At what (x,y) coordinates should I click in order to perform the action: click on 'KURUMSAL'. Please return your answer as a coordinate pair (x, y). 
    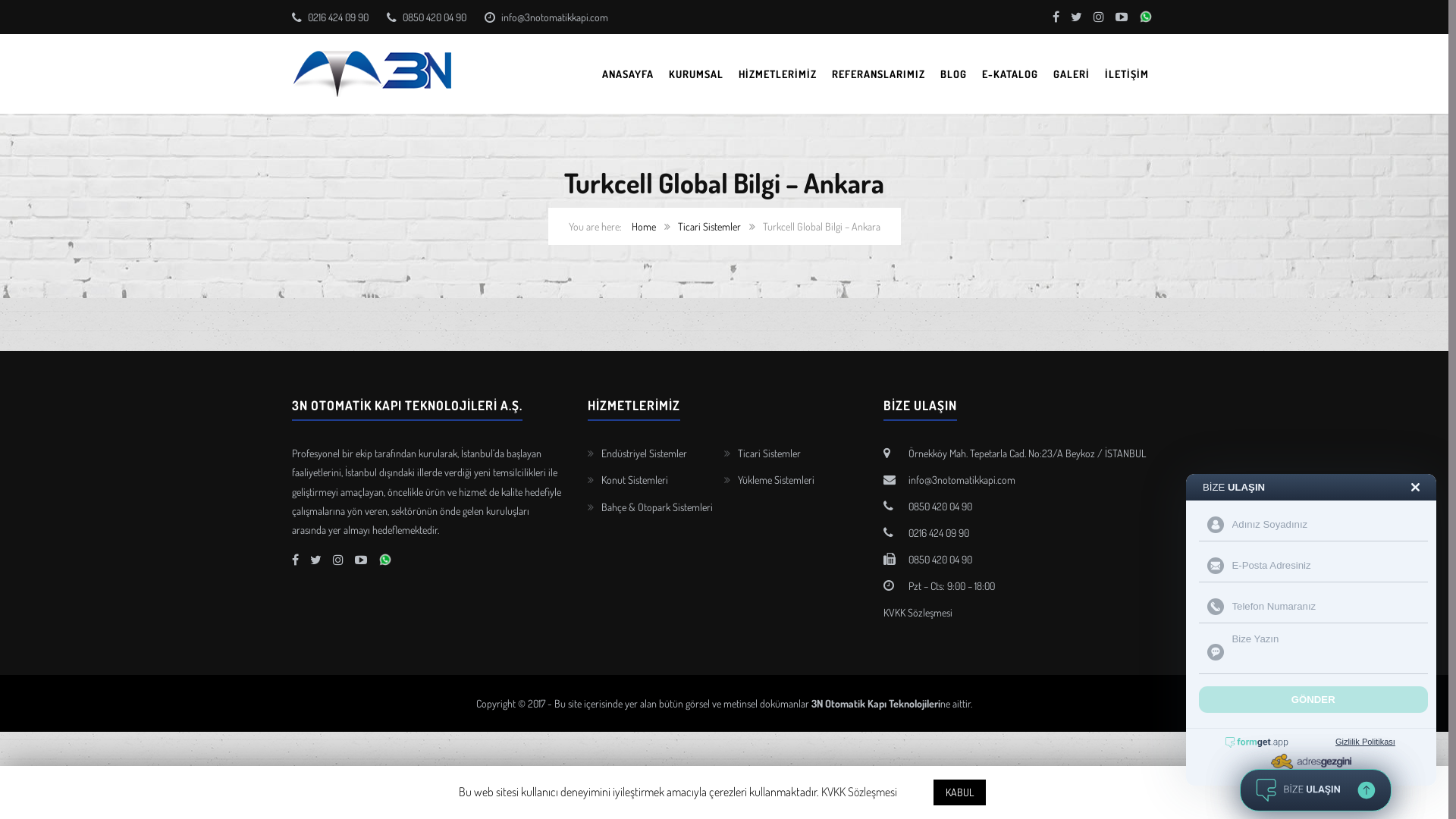
    Looking at the image, I should click on (668, 74).